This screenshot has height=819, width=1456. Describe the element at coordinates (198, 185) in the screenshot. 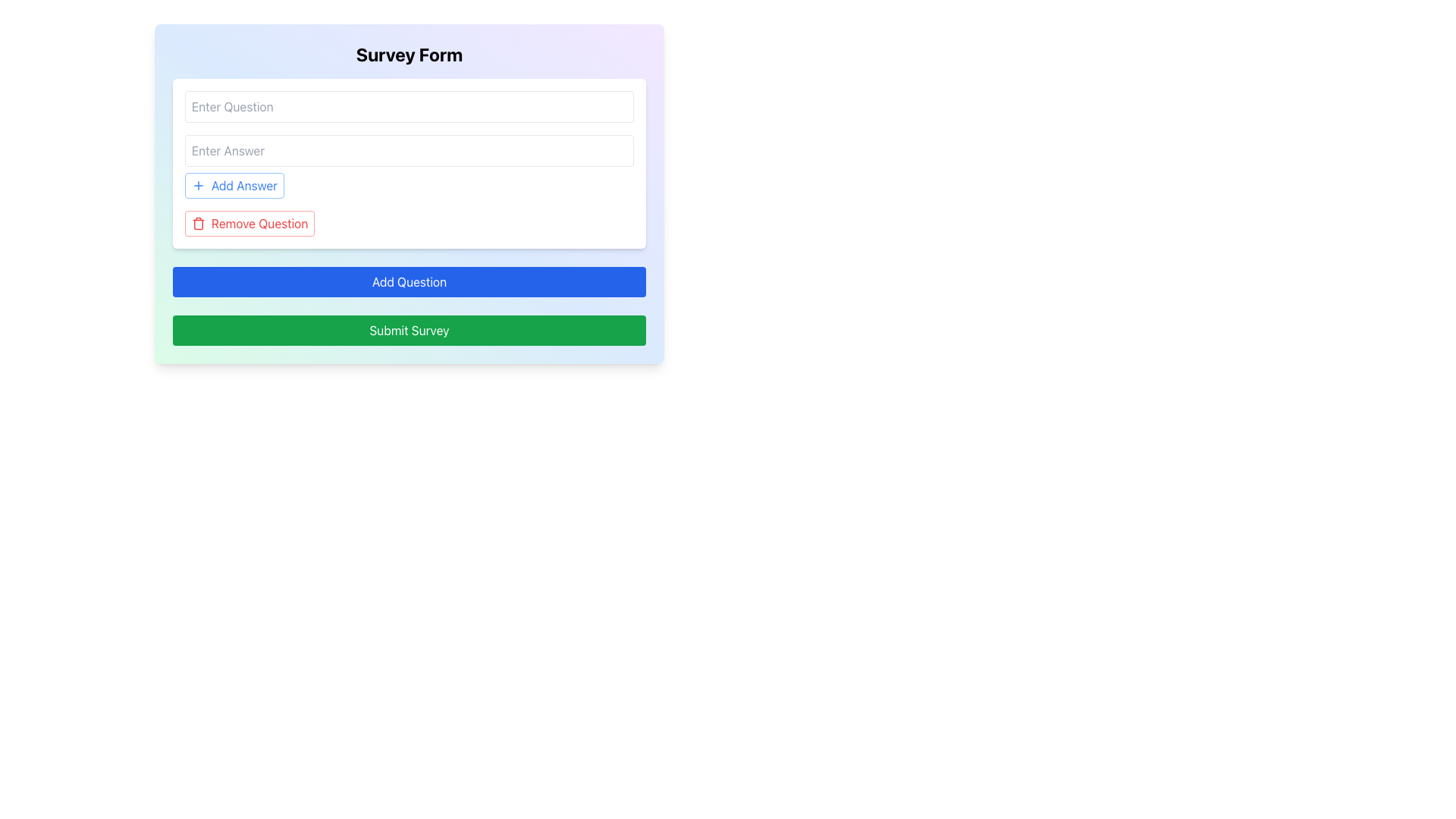

I see `the addition icon located within the 'Add Answer' button, which is positioned below the 'Enter Answer' text field and above the 'Remove Question' button` at that location.